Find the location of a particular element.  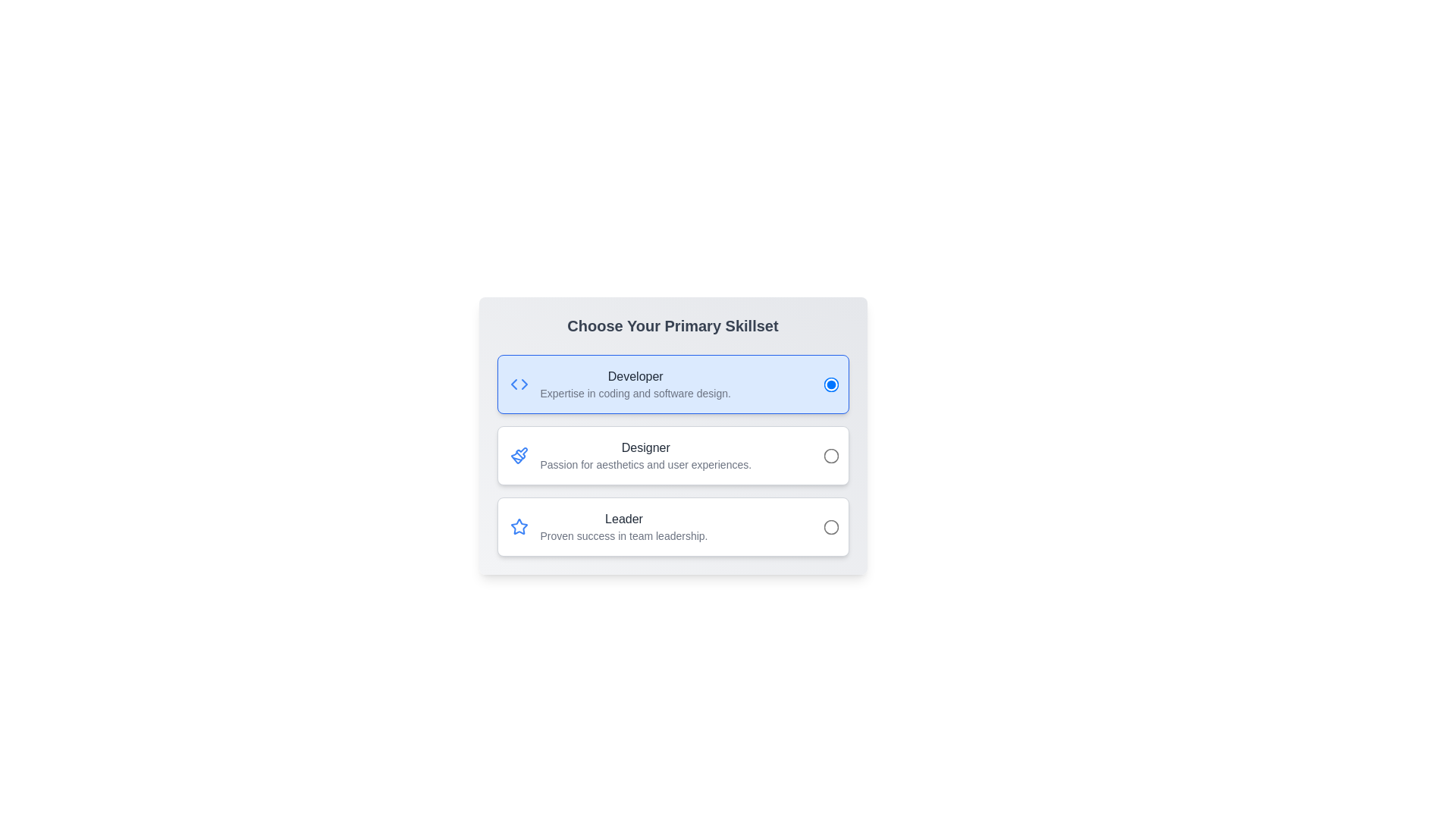

'Leader' radio button located on the right side of its card in the vertical list of skillset options is located at coordinates (830, 526).